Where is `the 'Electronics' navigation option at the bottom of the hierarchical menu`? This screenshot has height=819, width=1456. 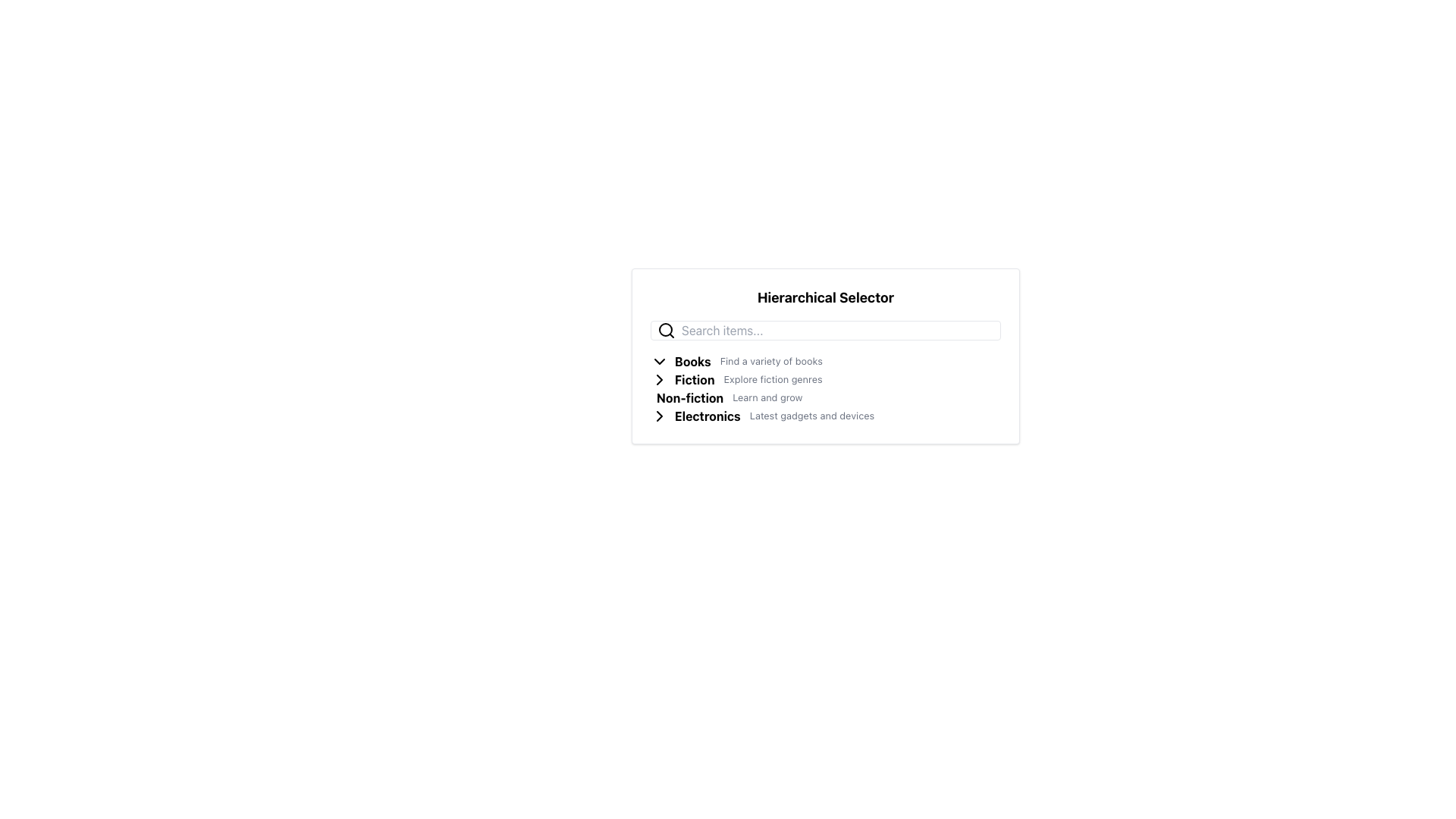
the 'Electronics' navigation option at the bottom of the hierarchical menu is located at coordinates (825, 416).